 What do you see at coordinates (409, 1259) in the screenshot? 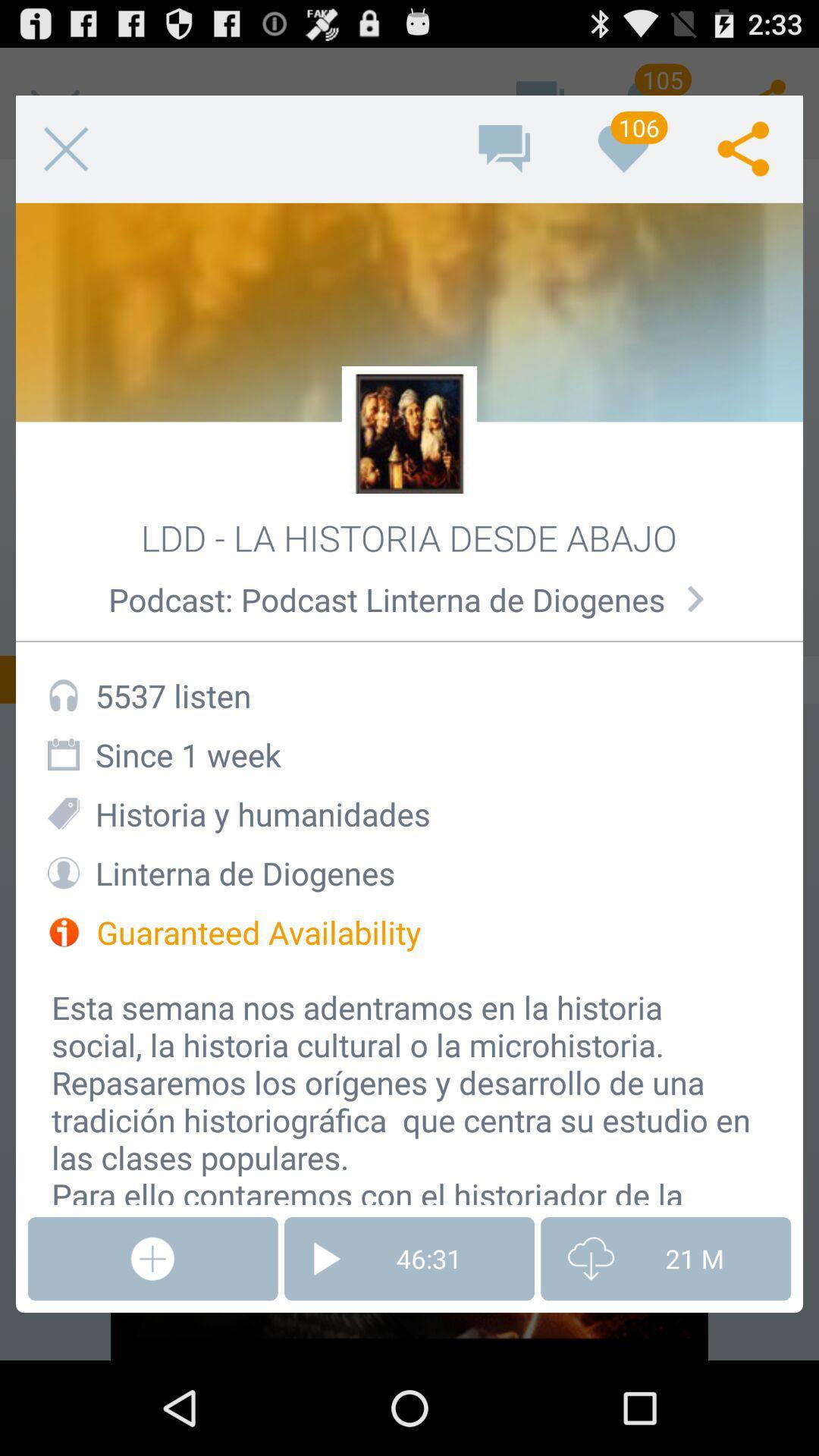
I see `item to the left of the 21 m` at bounding box center [409, 1259].